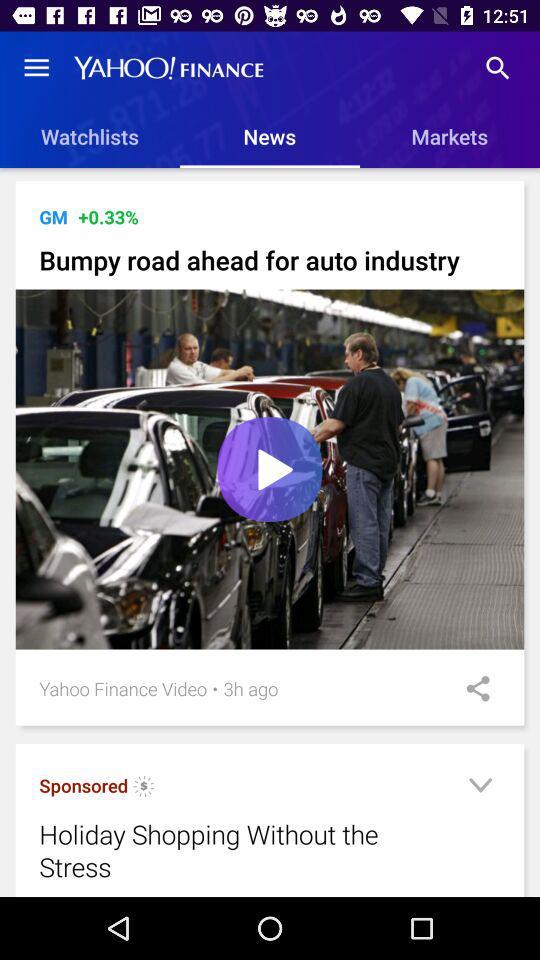  Describe the element at coordinates (82, 785) in the screenshot. I see `icon above holiday shopping without icon` at that location.